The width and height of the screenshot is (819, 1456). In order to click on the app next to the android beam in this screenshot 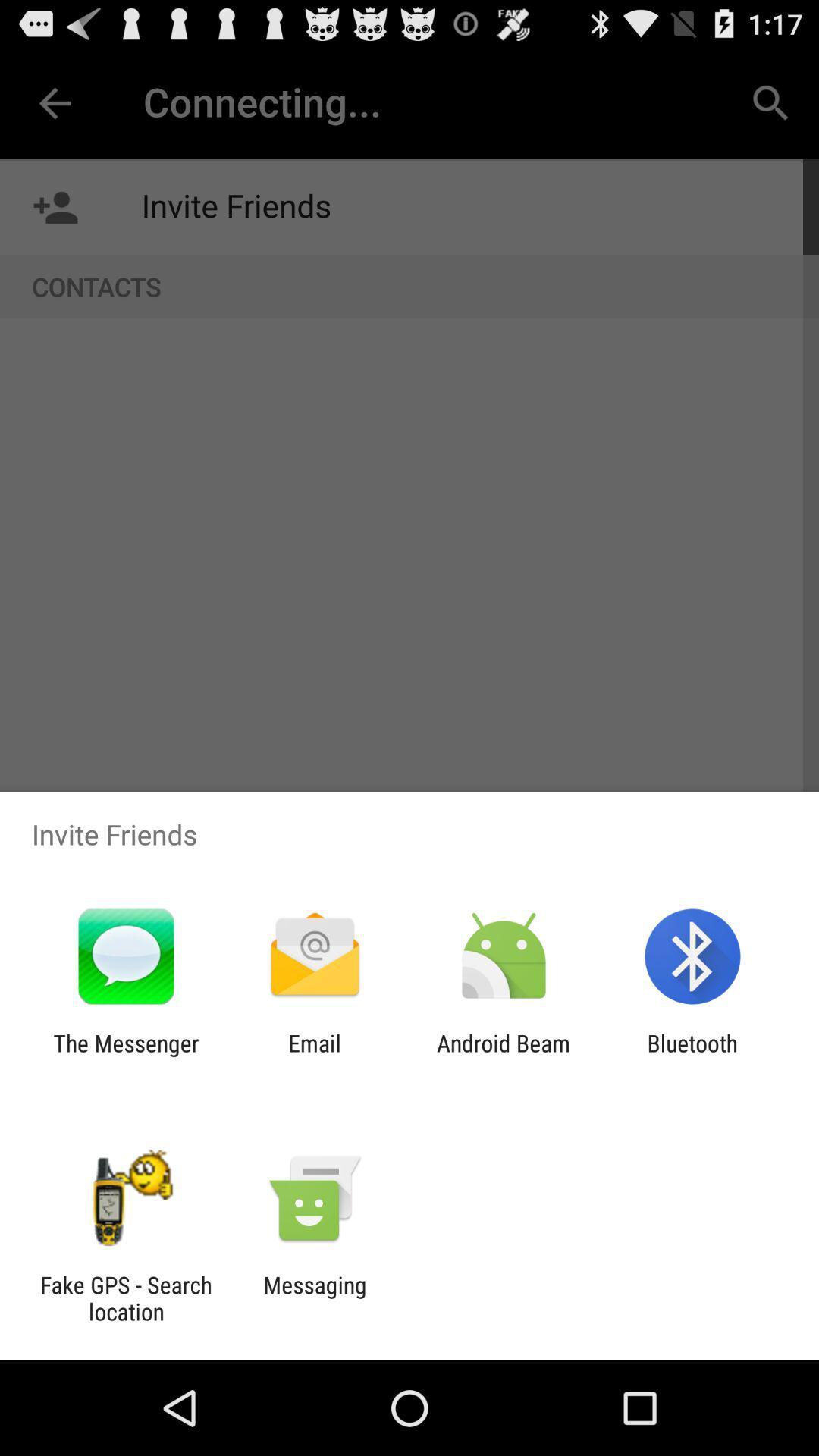, I will do `click(692, 1056)`.